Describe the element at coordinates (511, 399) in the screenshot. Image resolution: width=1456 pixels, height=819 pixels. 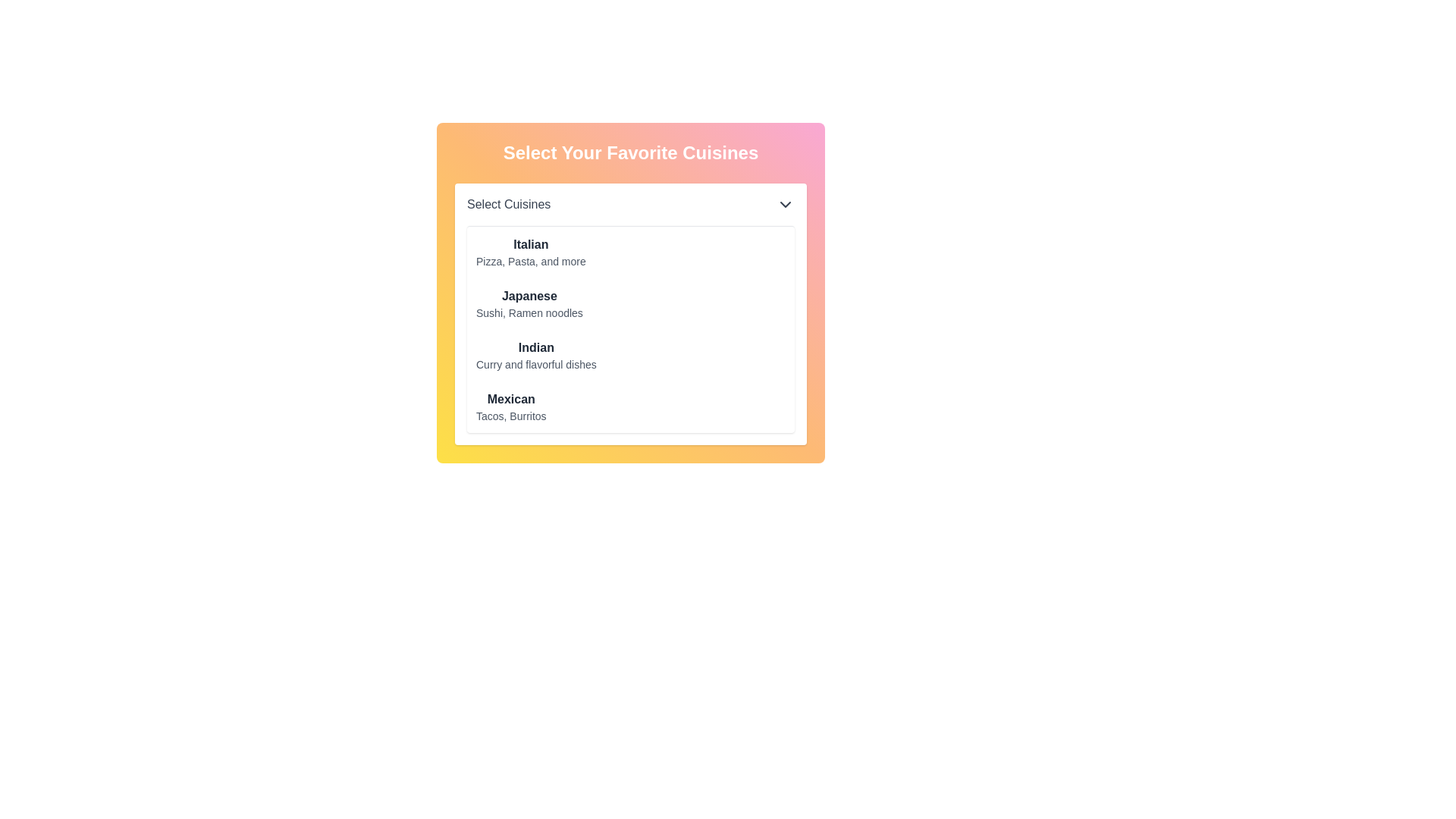
I see `the static textual label that identifies the 'Mexican' cuisine category within the dropdown list, which is positioned above the description 'Tacos, Burritos'` at that location.